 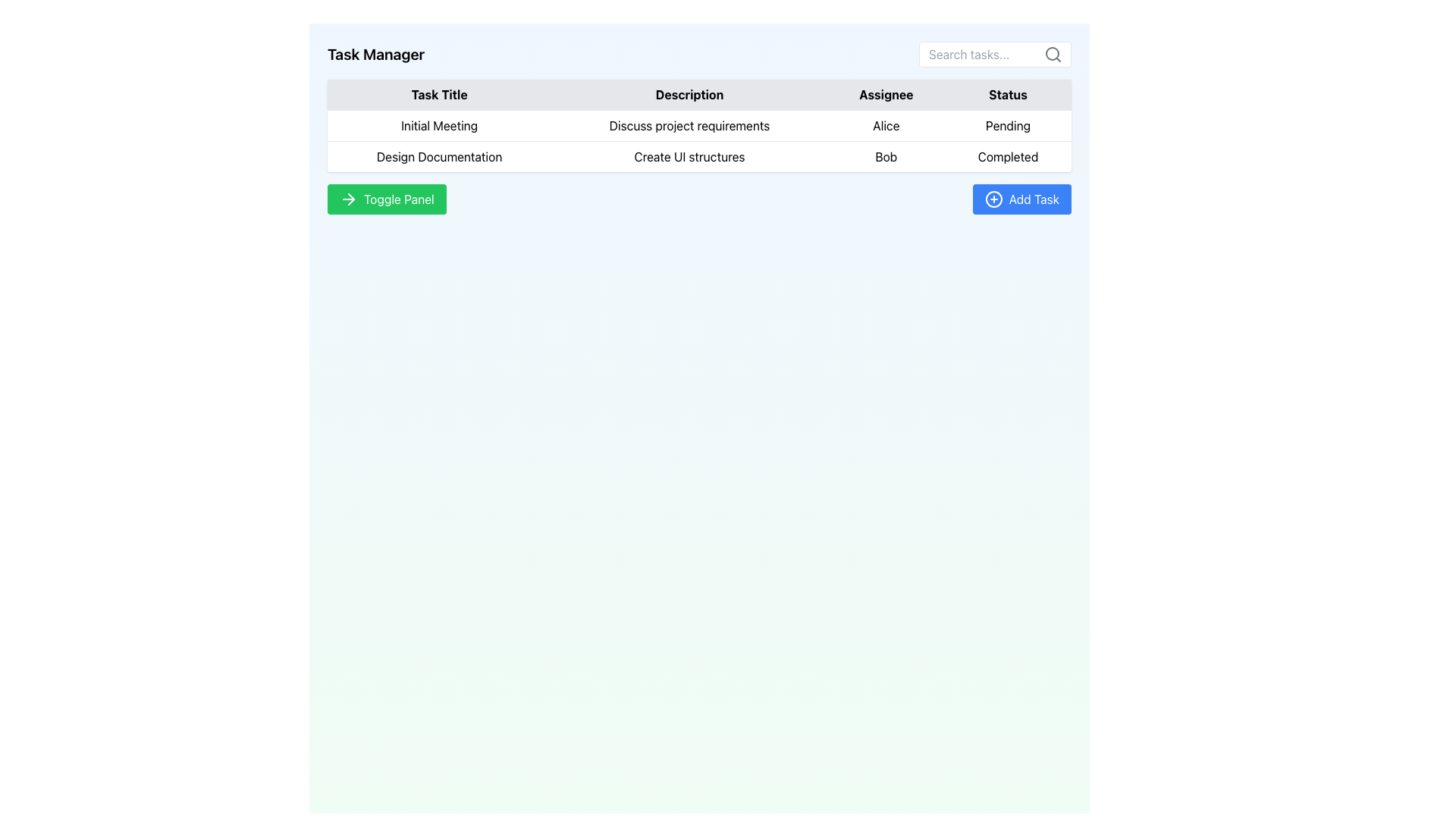 What do you see at coordinates (886, 95) in the screenshot?
I see `the 'Assignee' header label in the table to sort the column if it supports interactions` at bounding box center [886, 95].